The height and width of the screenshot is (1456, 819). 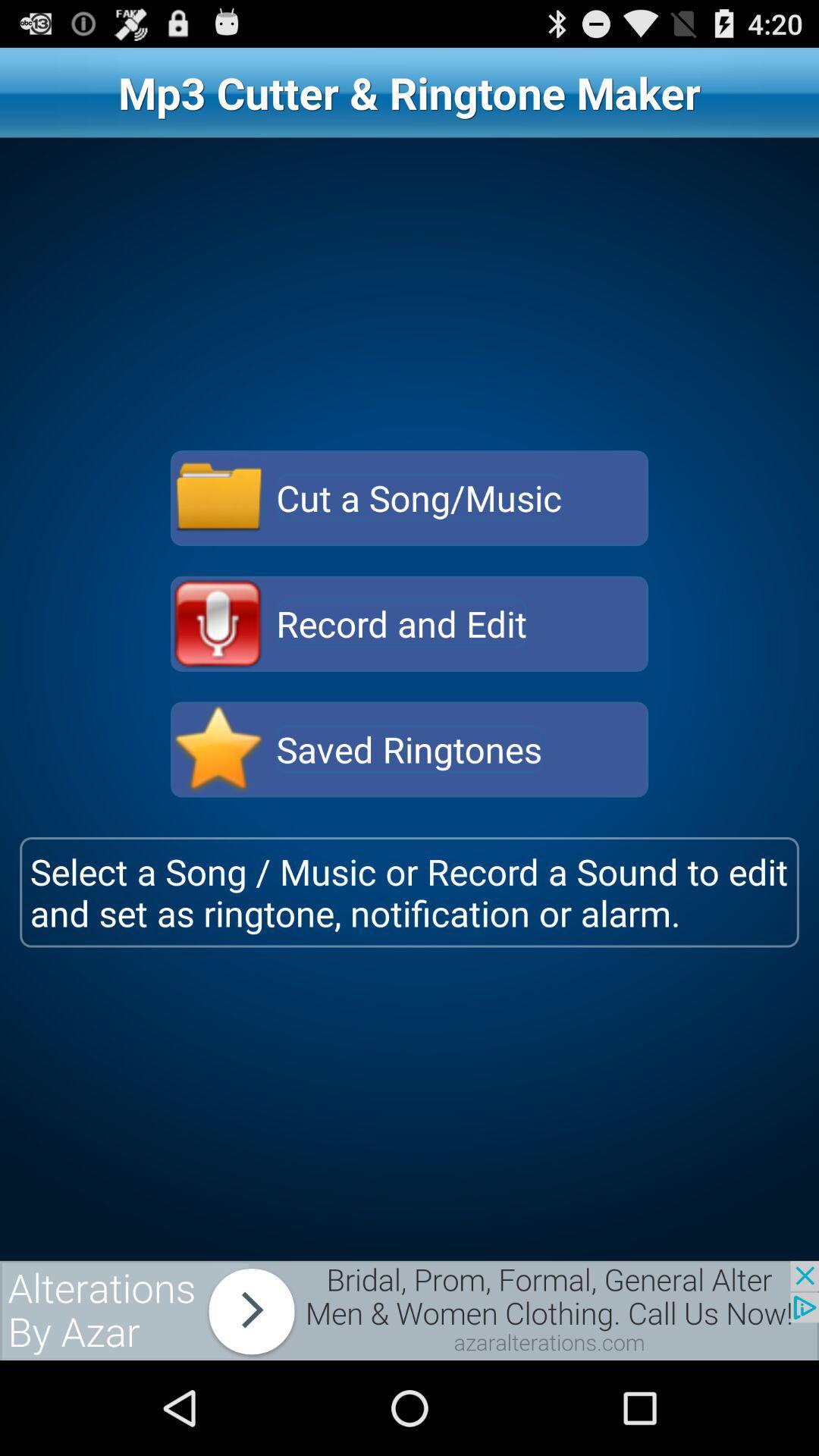 I want to click on saved ringtones, so click(x=218, y=749).